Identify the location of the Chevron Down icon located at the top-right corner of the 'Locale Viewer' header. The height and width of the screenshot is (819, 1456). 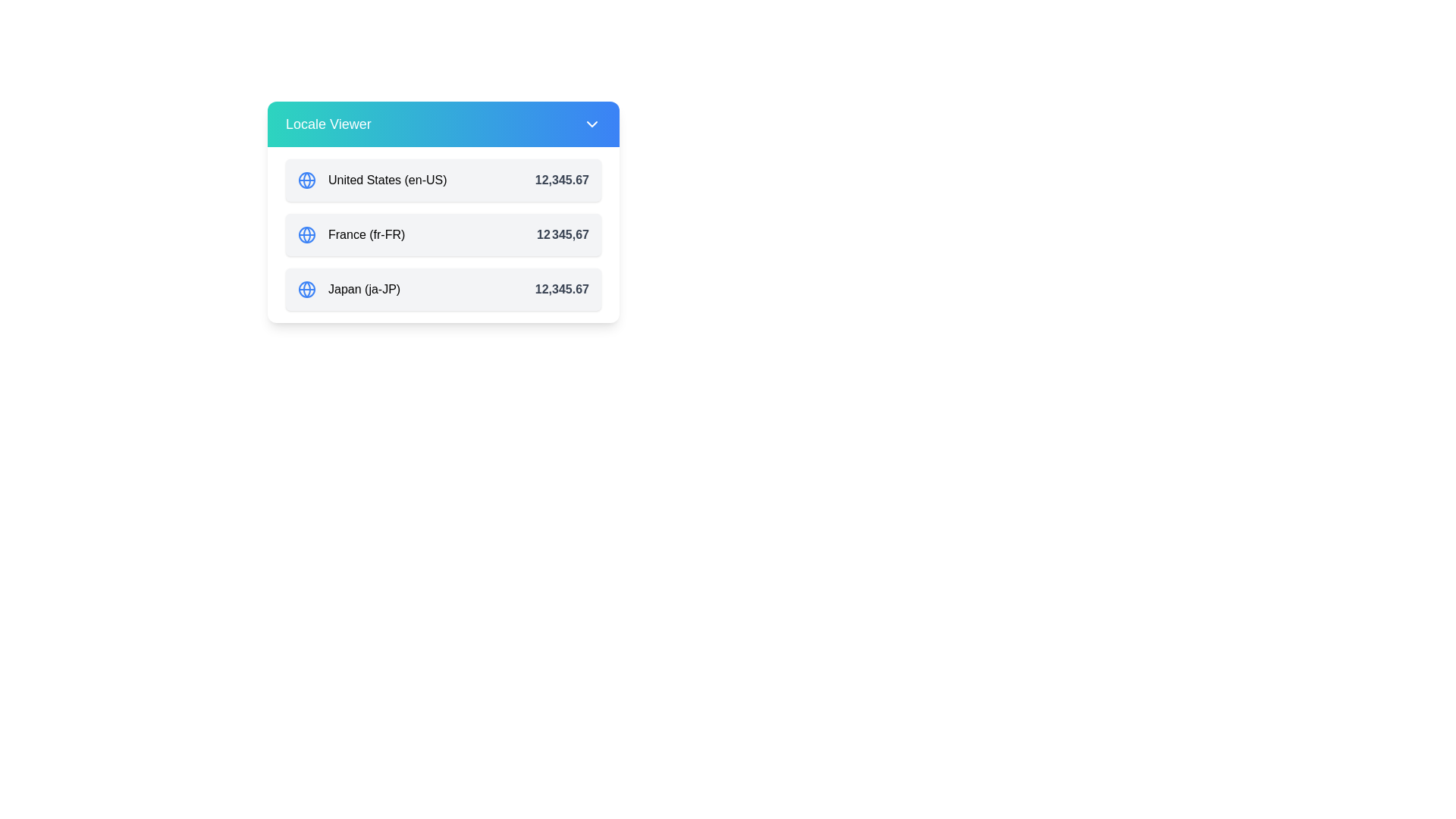
(591, 124).